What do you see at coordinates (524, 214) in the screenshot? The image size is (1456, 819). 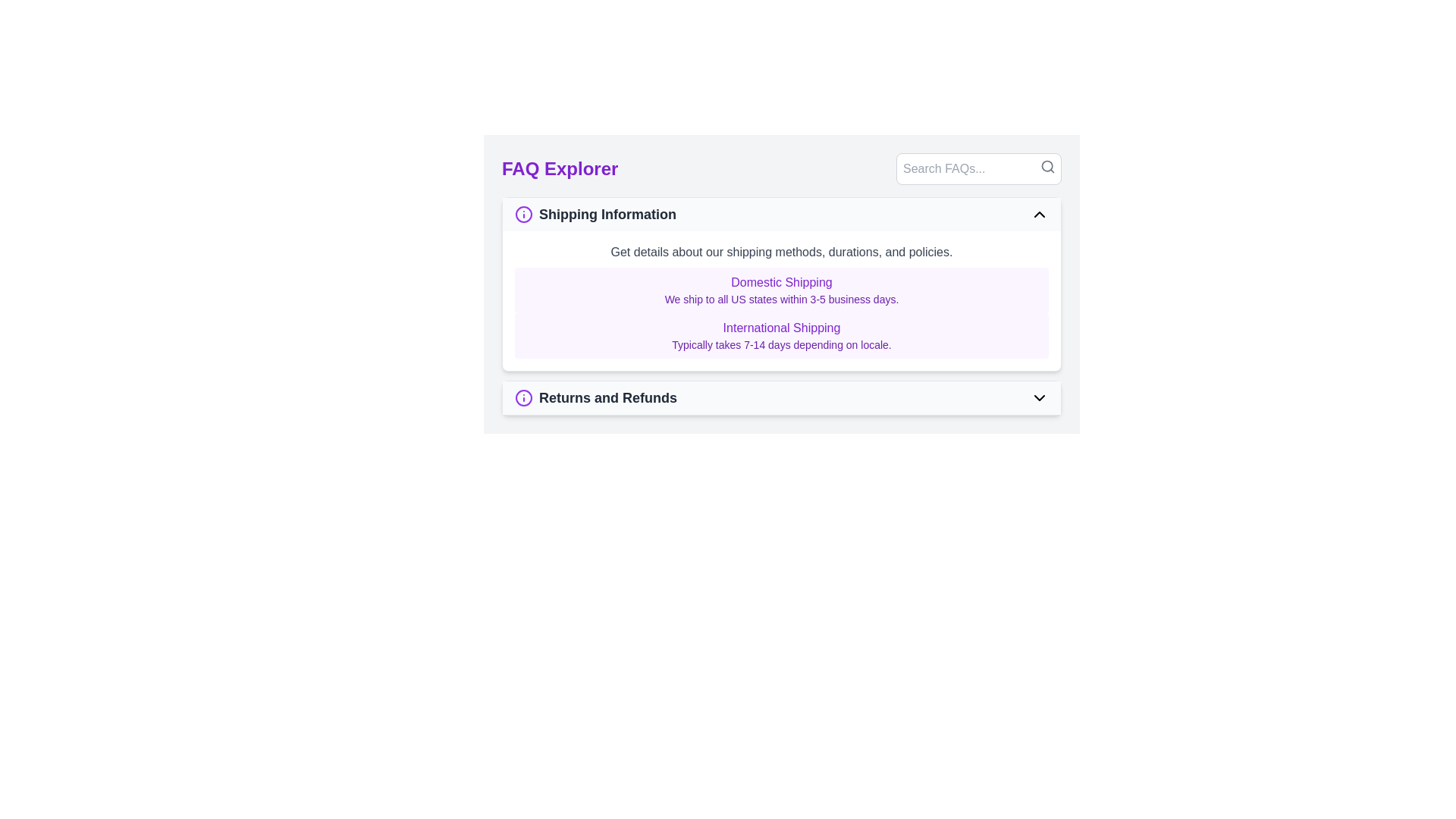 I see `the small circular purple icon located directly to the left of the 'Shipping Information' text in the header of the section` at bounding box center [524, 214].